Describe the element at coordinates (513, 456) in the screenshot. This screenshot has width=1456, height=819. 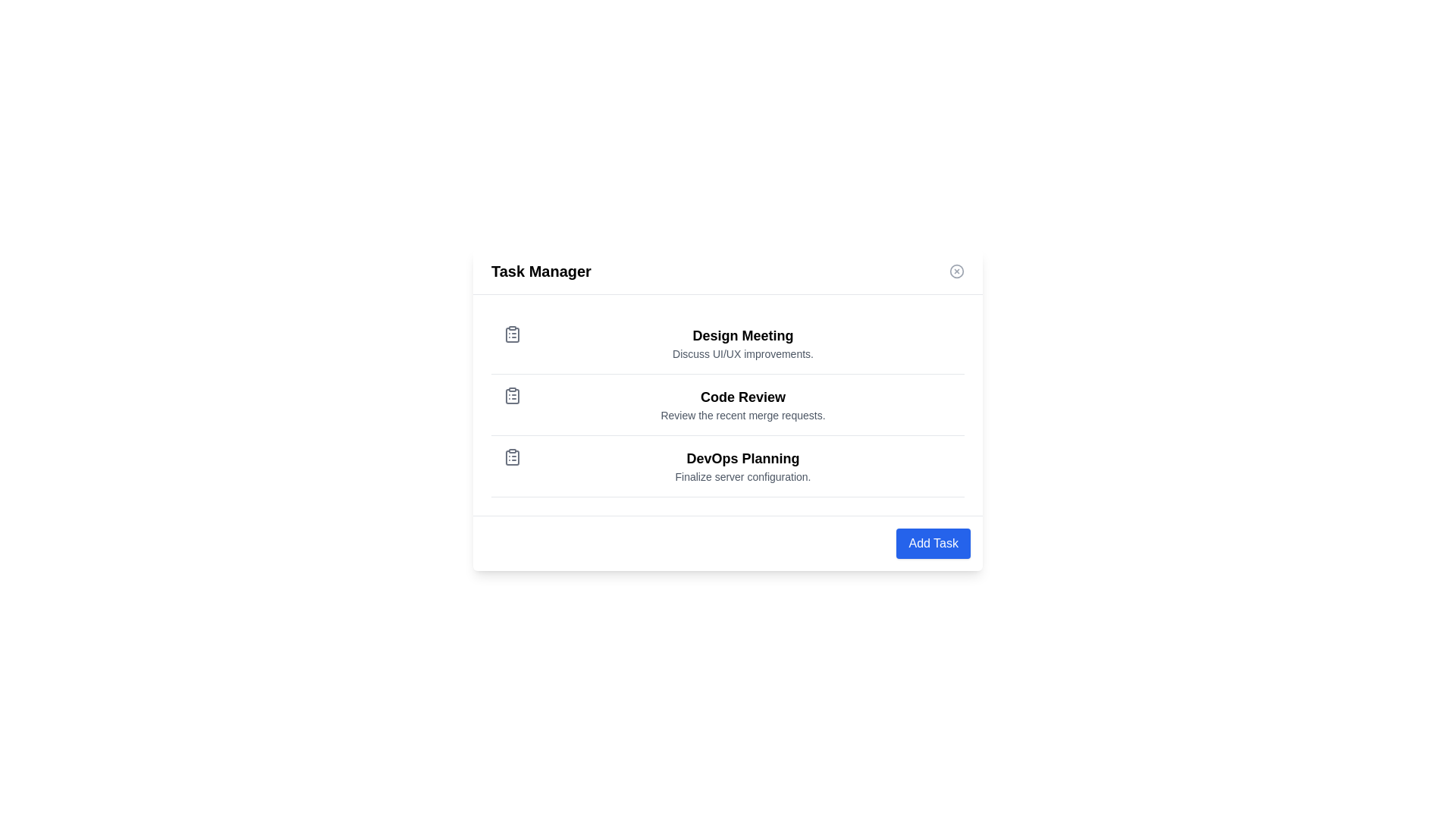
I see `the task icon for DevOps Planning` at that location.